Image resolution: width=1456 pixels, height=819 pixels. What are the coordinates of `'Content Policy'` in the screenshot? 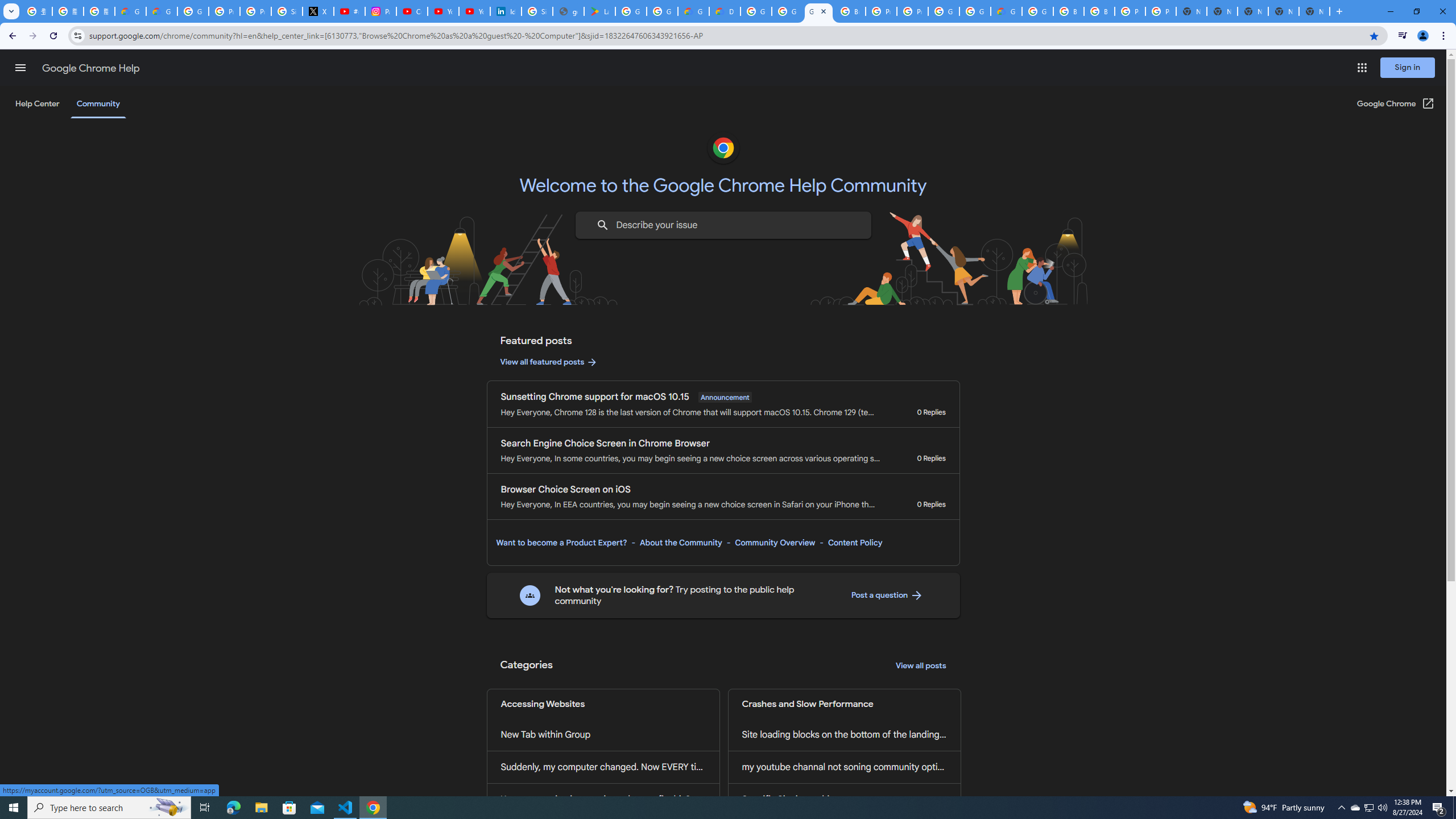 It's located at (854, 542).